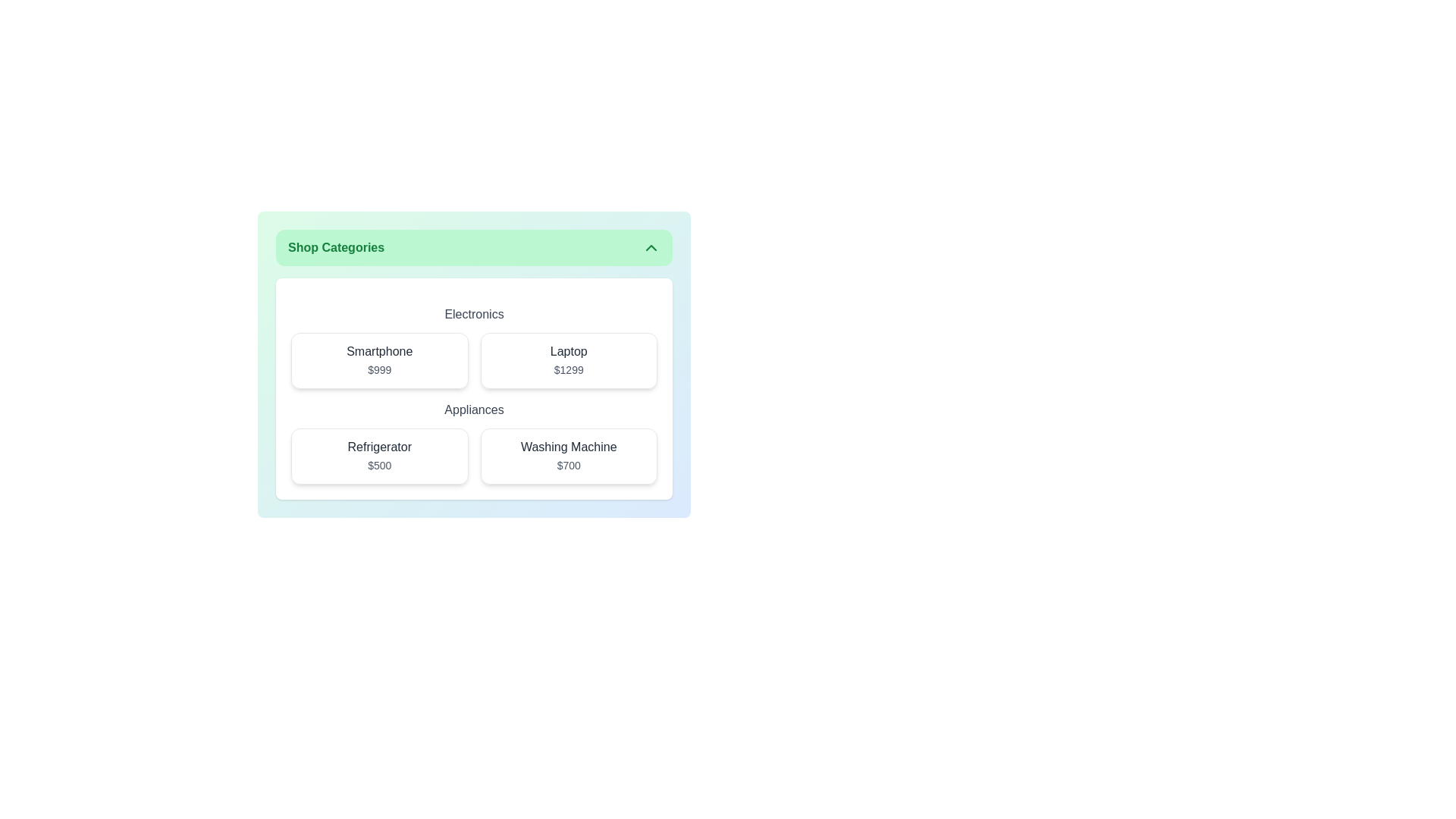 The width and height of the screenshot is (1456, 819). What do you see at coordinates (379, 447) in the screenshot?
I see `the text label displaying 'Refrigerator' styled with a medium-weight gray font, which is located in a rectangular card under the 'Appliances' section` at bounding box center [379, 447].